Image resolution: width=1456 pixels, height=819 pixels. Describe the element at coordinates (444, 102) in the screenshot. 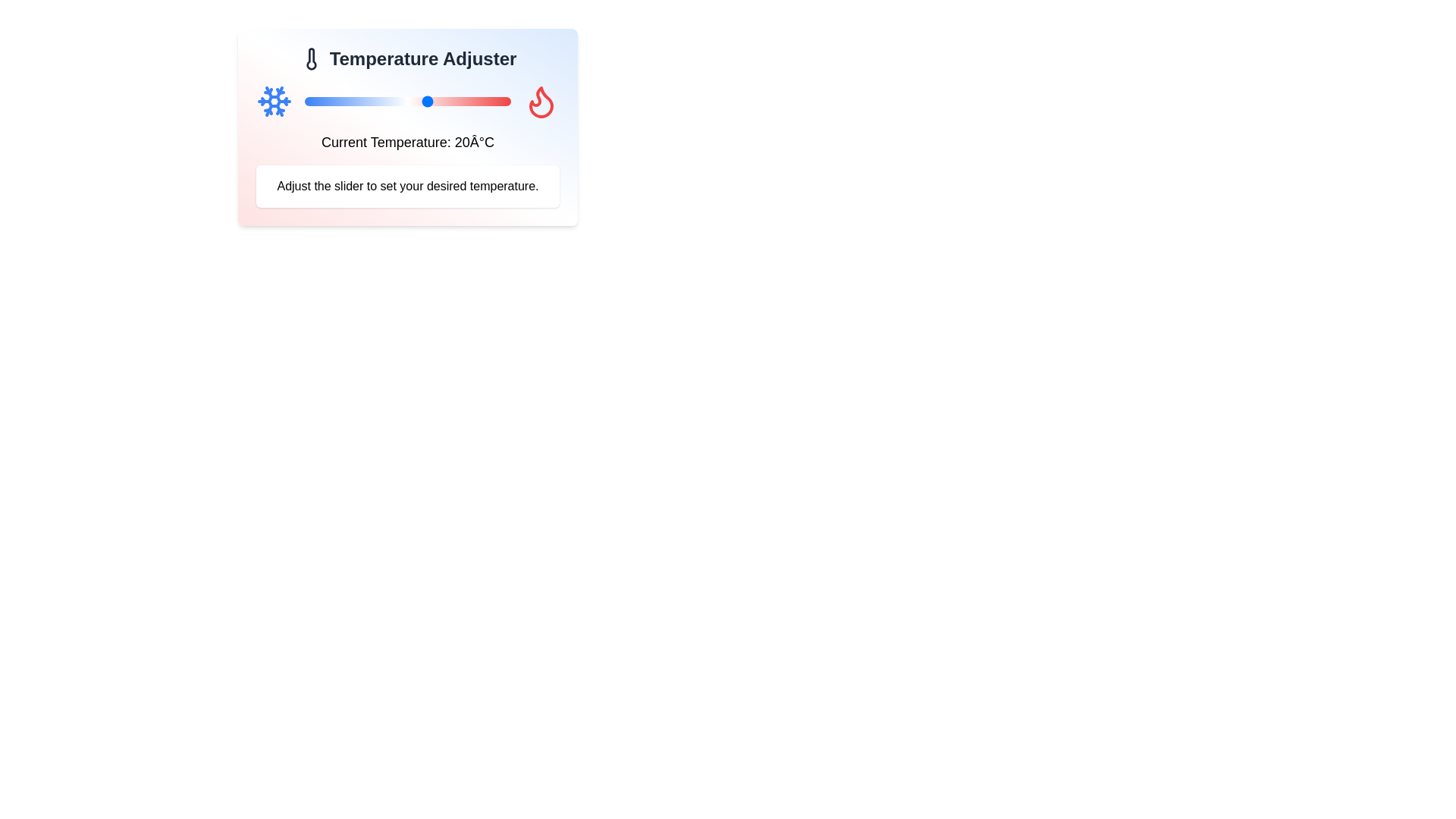

I see `the slider to set the temperature to 24°C` at that location.